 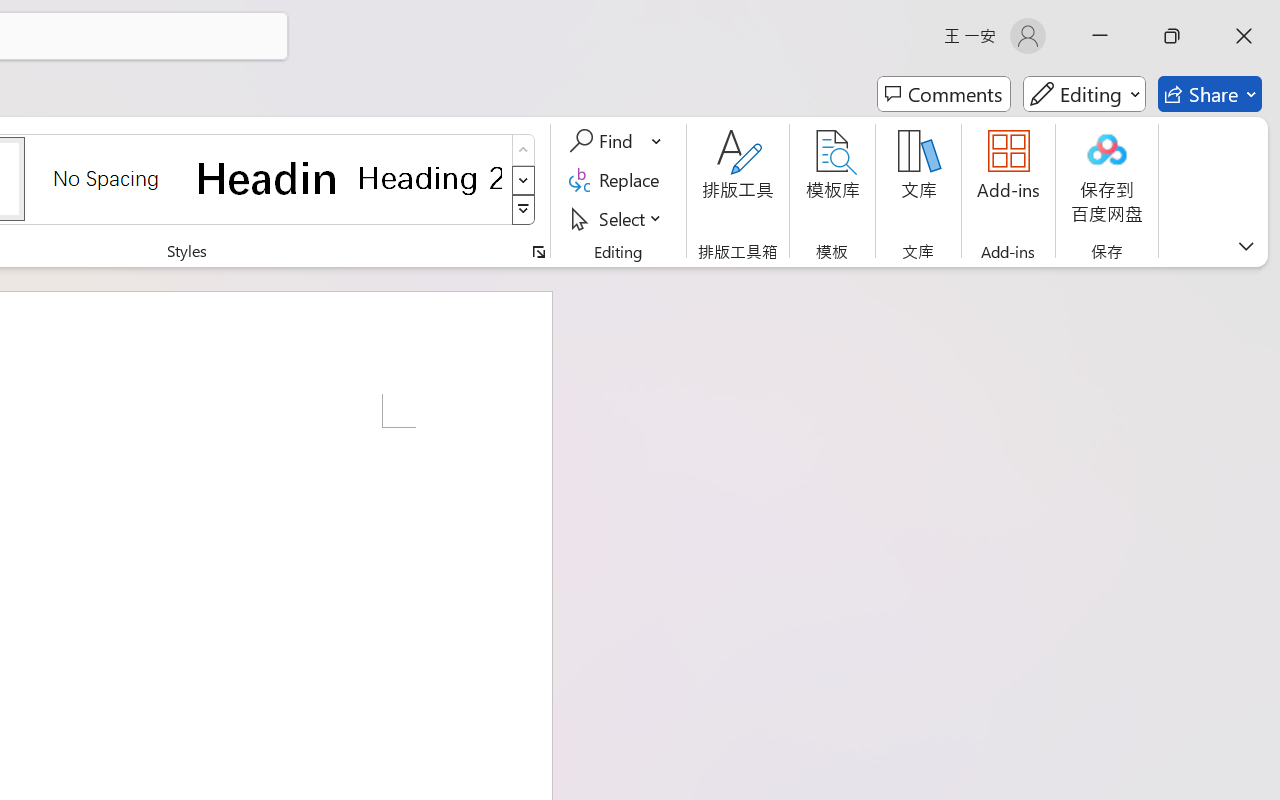 I want to click on 'Replace...', so click(x=616, y=179).